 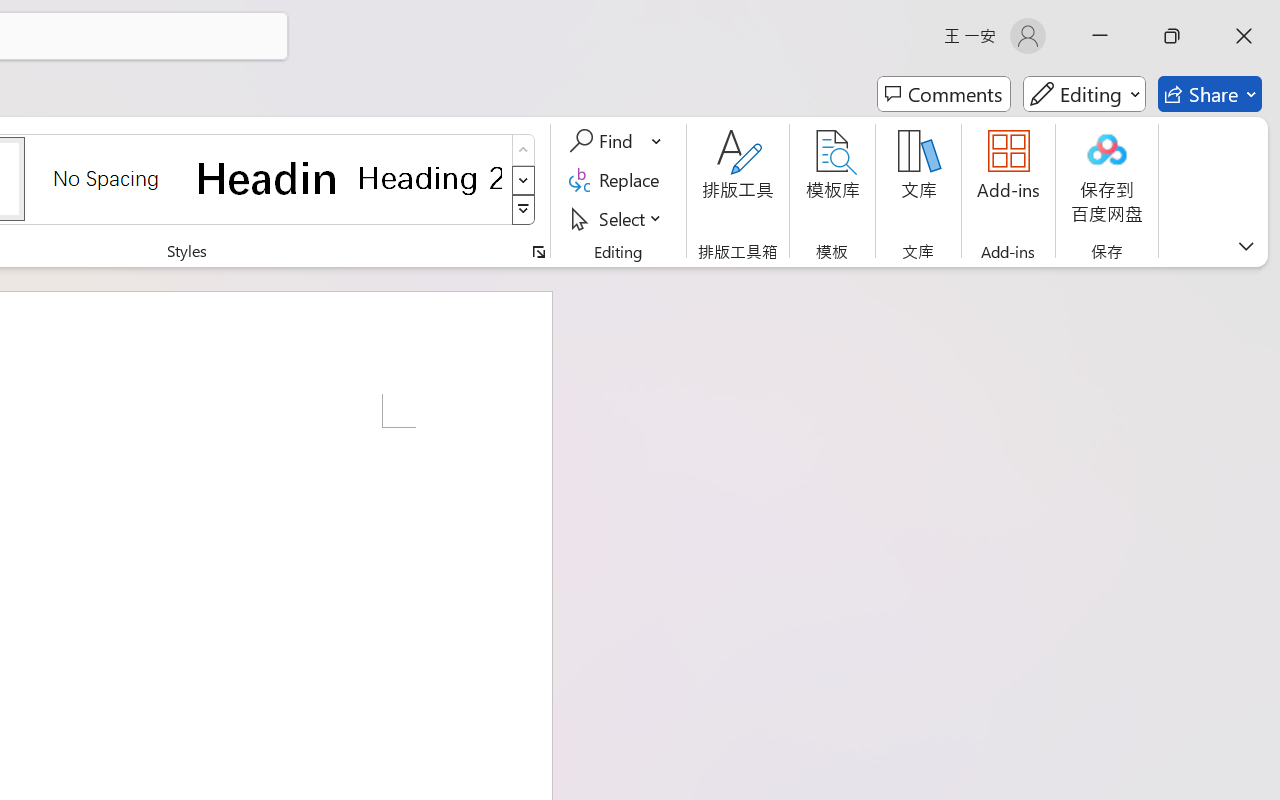 I want to click on 'Replace...', so click(x=616, y=179).